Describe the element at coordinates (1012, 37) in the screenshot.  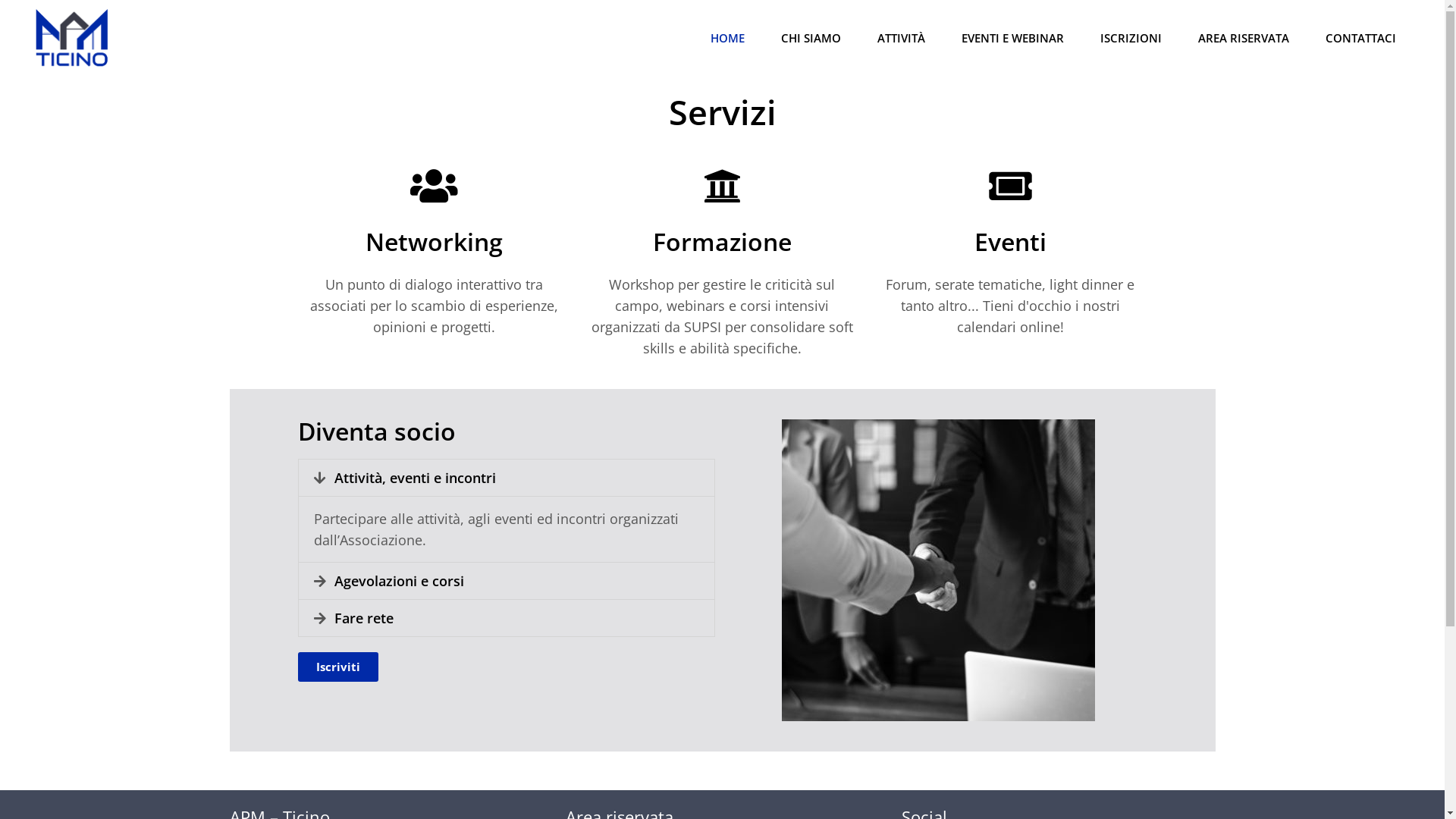
I see `'EVENTI E WEBINAR'` at that location.